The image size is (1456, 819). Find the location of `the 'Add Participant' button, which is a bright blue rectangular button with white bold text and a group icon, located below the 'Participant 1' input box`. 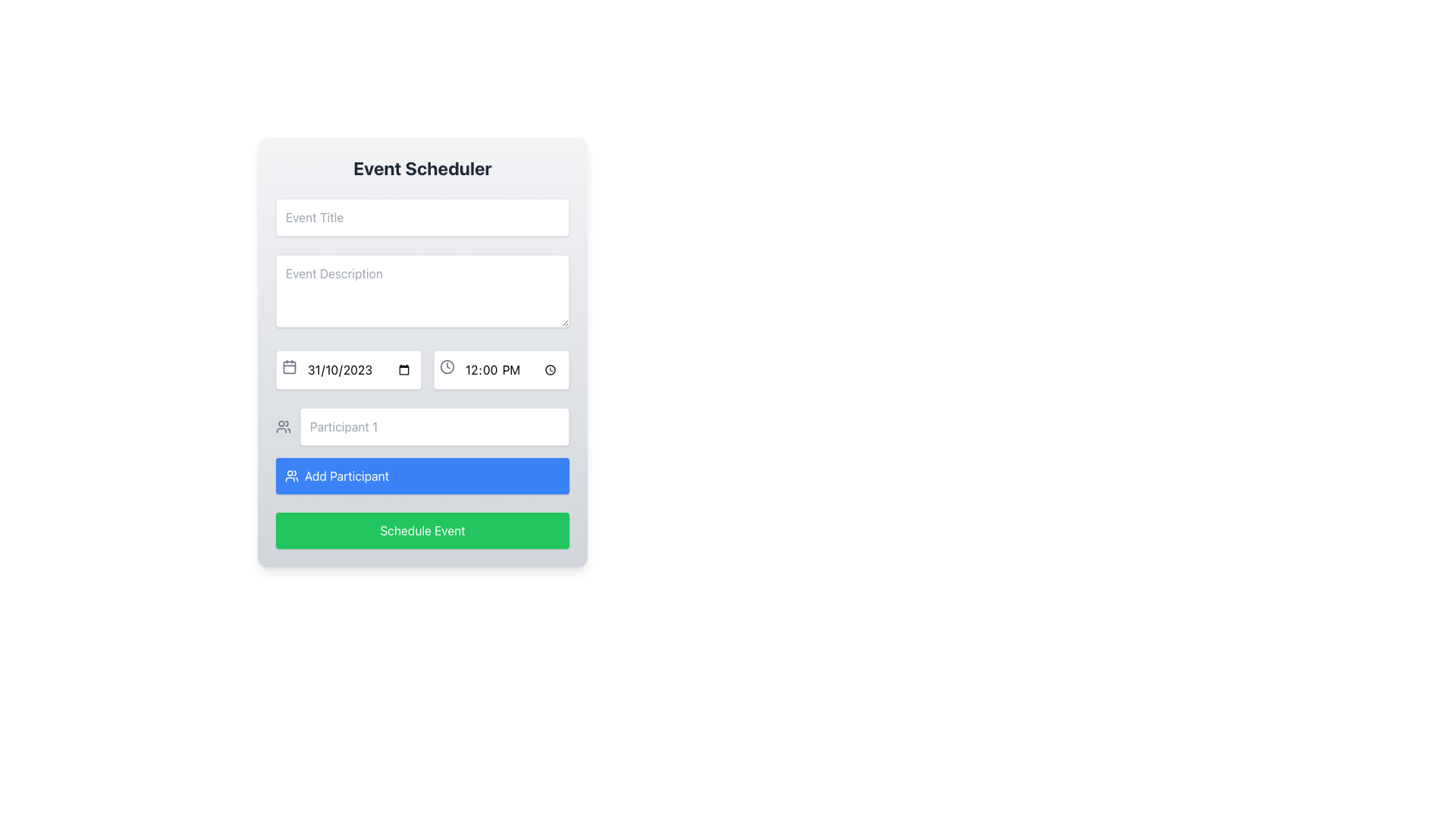

the 'Add Participant' button, which is a bright blue rectangular button with white bold text and a group icon, located below the 'Participant 1' input box is located at coordinates (346, 475).